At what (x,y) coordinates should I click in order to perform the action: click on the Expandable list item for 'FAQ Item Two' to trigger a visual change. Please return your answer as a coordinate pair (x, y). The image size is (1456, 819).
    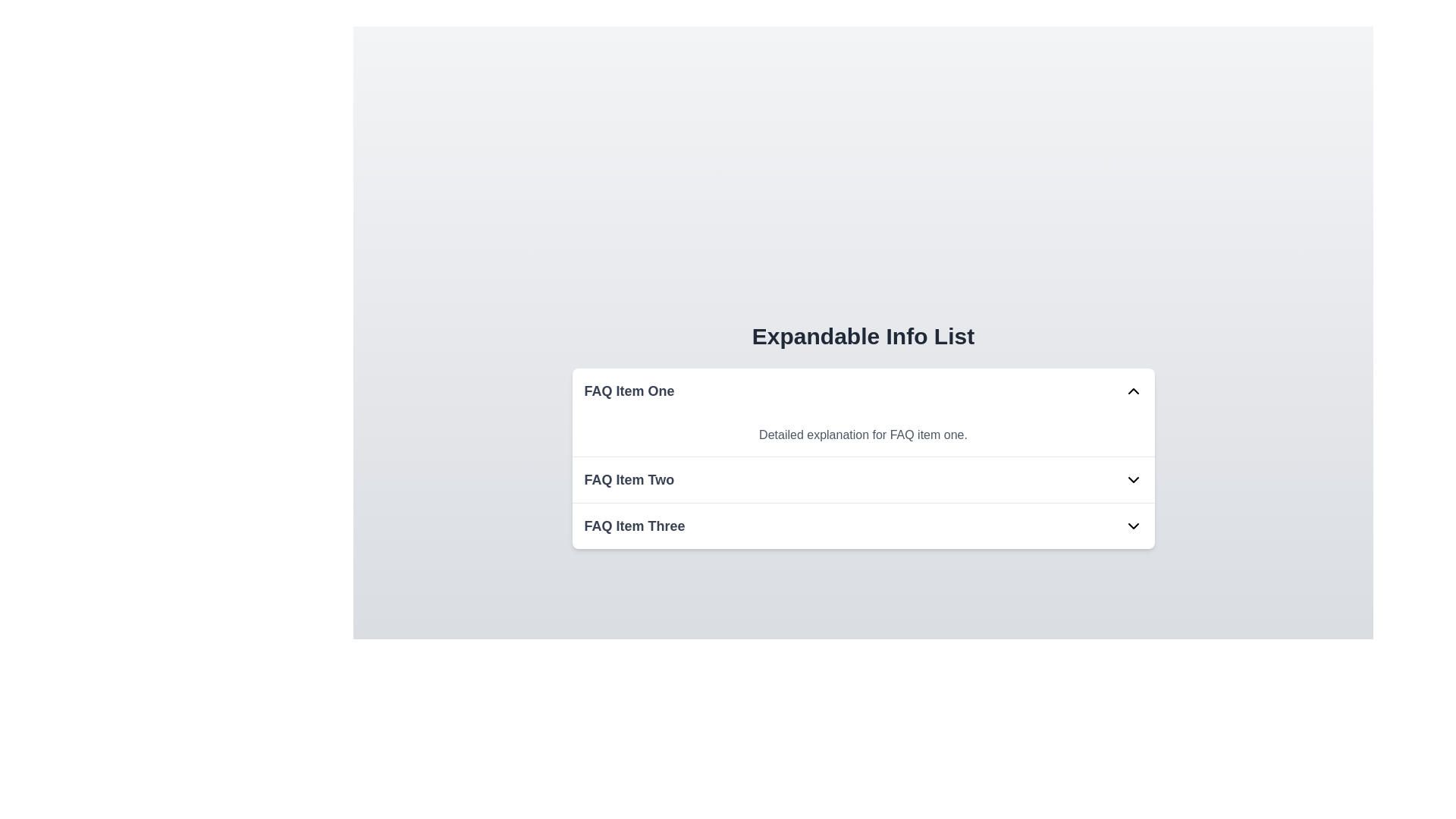
    Looking at the image, I should click on (863, 479).